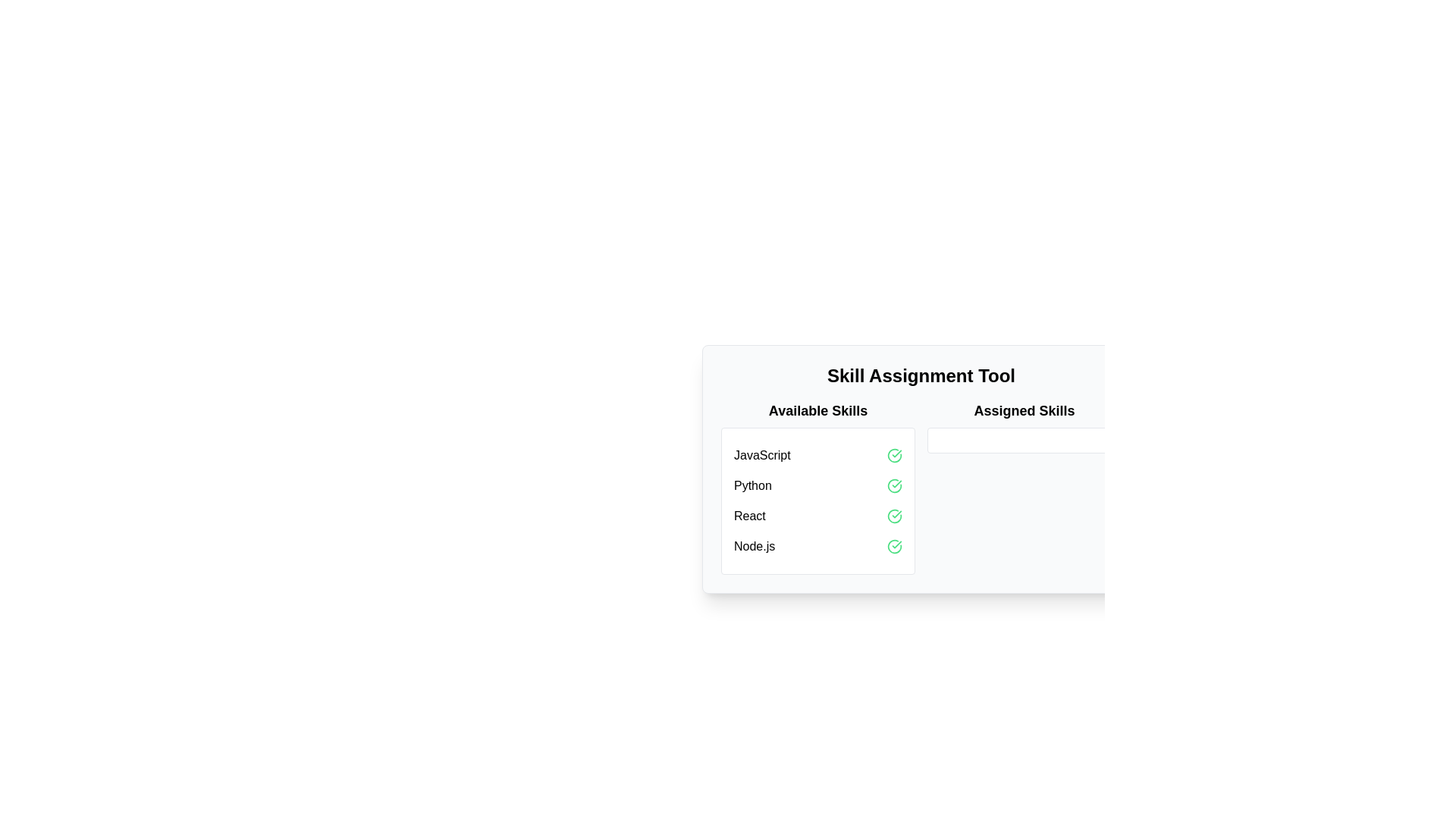 This screenshot has width=1456, height=819. Describe the element at coordinates (895, 455) in the screenshot. I see `the circular icon with a check mark inside, located to the right of the text 'JavaScript' in the 'Available Skills' section of the 'Skill Assignment Tool'` at that location.